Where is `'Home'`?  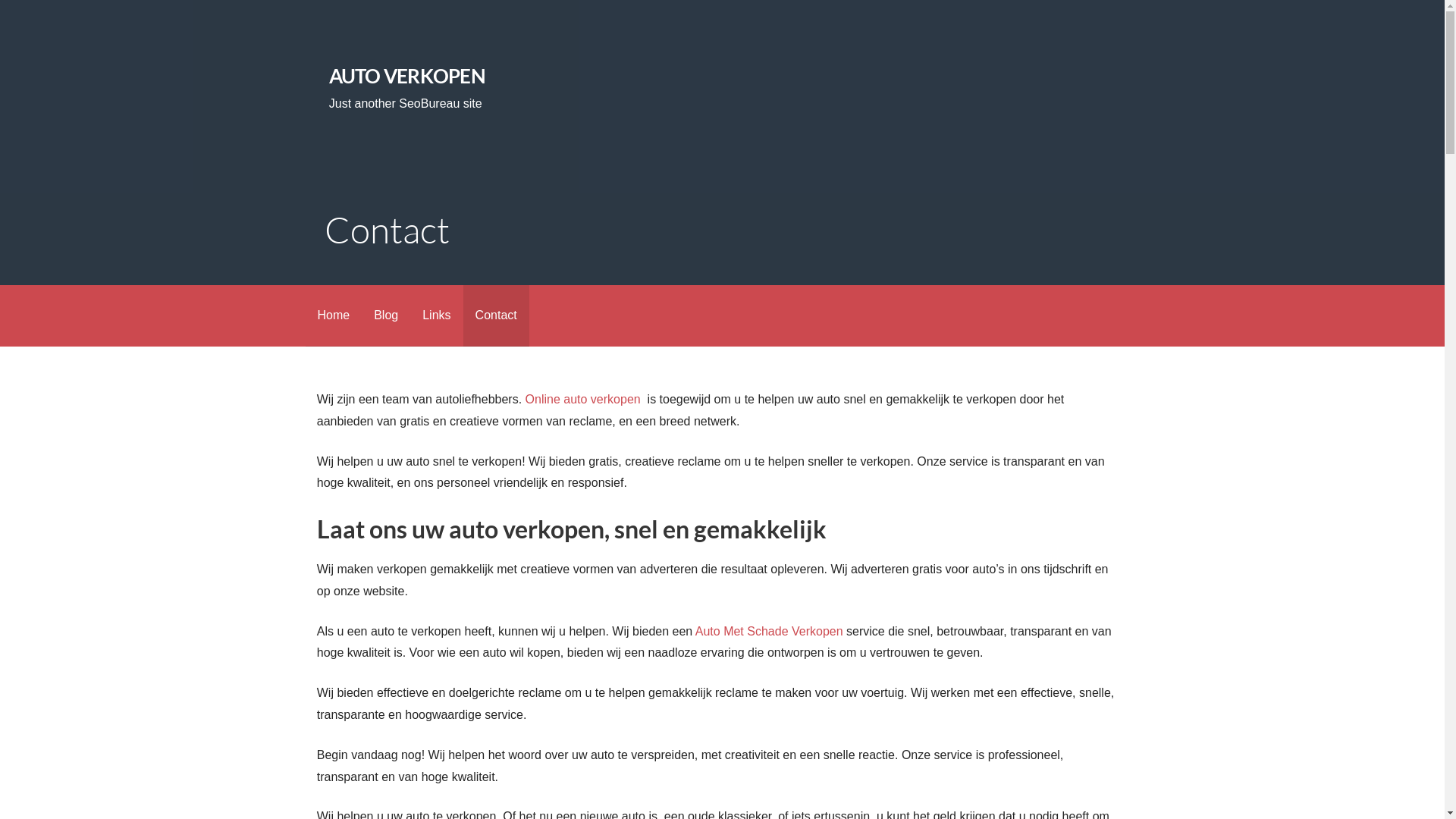
'Home' is located at coordinates (332, 315).